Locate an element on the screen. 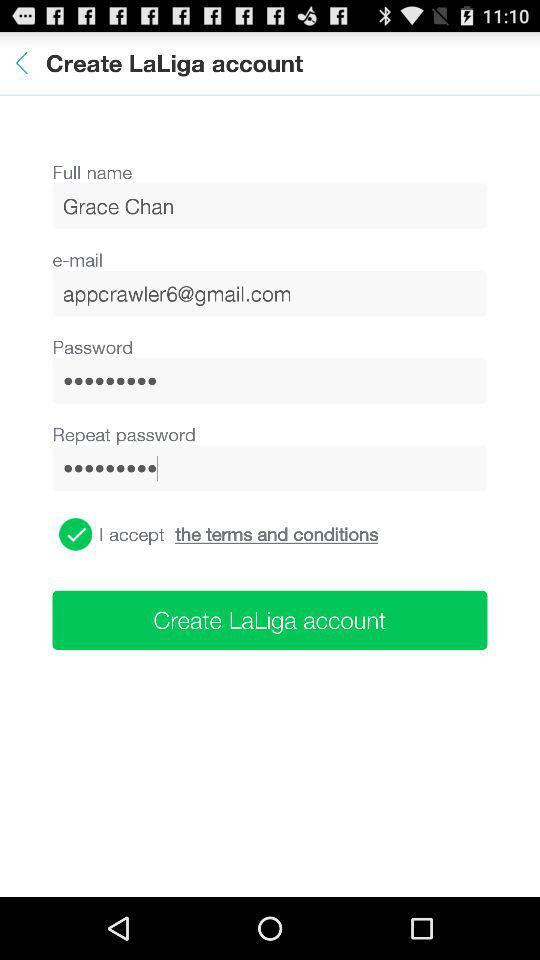 The height and width of the screenshot is (960, 540). icon above the create laliga account icon is located at coordinates (74, 533).